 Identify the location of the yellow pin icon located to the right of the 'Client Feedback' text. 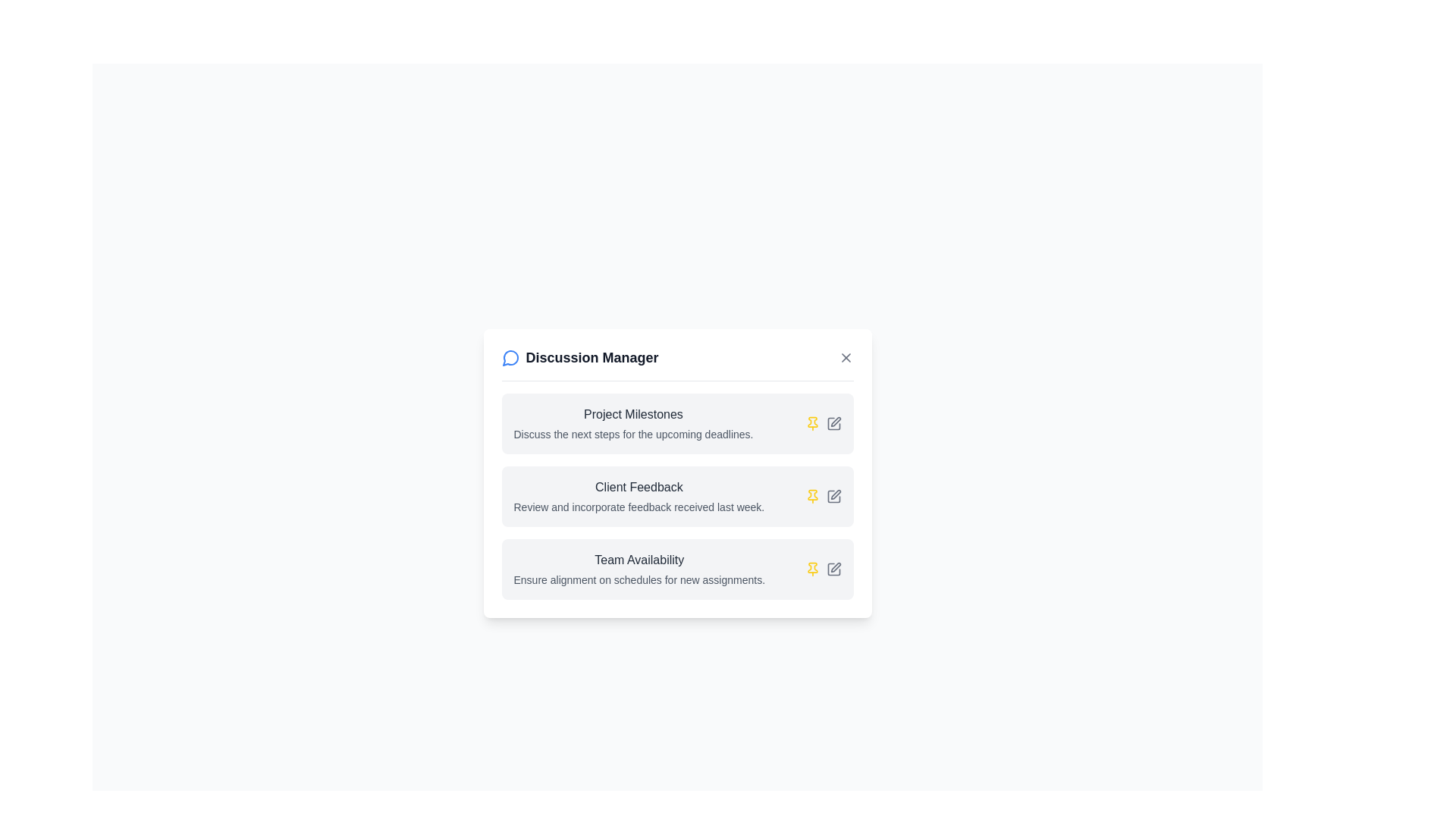
(811, 496).